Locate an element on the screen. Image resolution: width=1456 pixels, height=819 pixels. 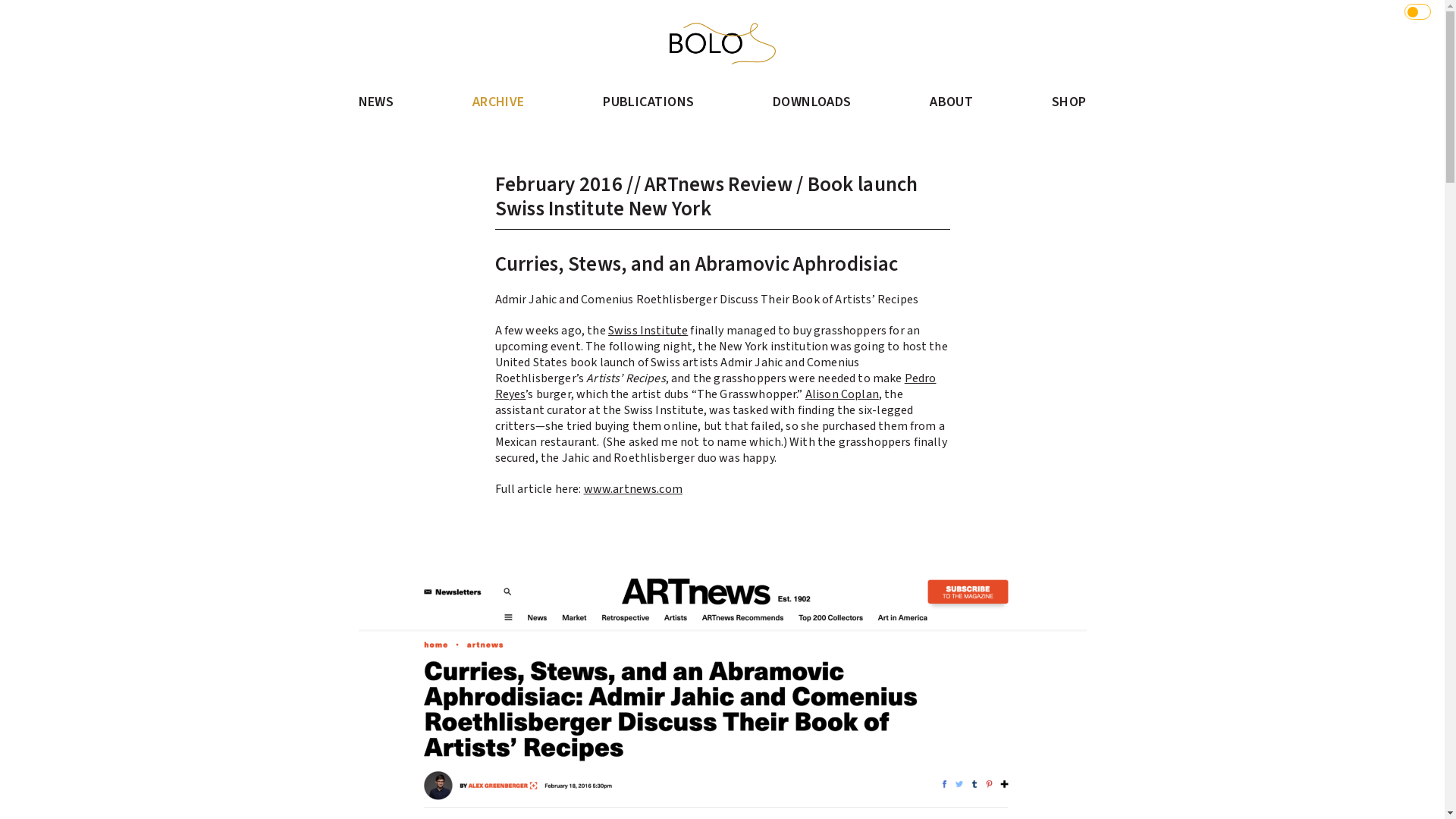
'ARCHIVE' is located at coordinates (498, 102).